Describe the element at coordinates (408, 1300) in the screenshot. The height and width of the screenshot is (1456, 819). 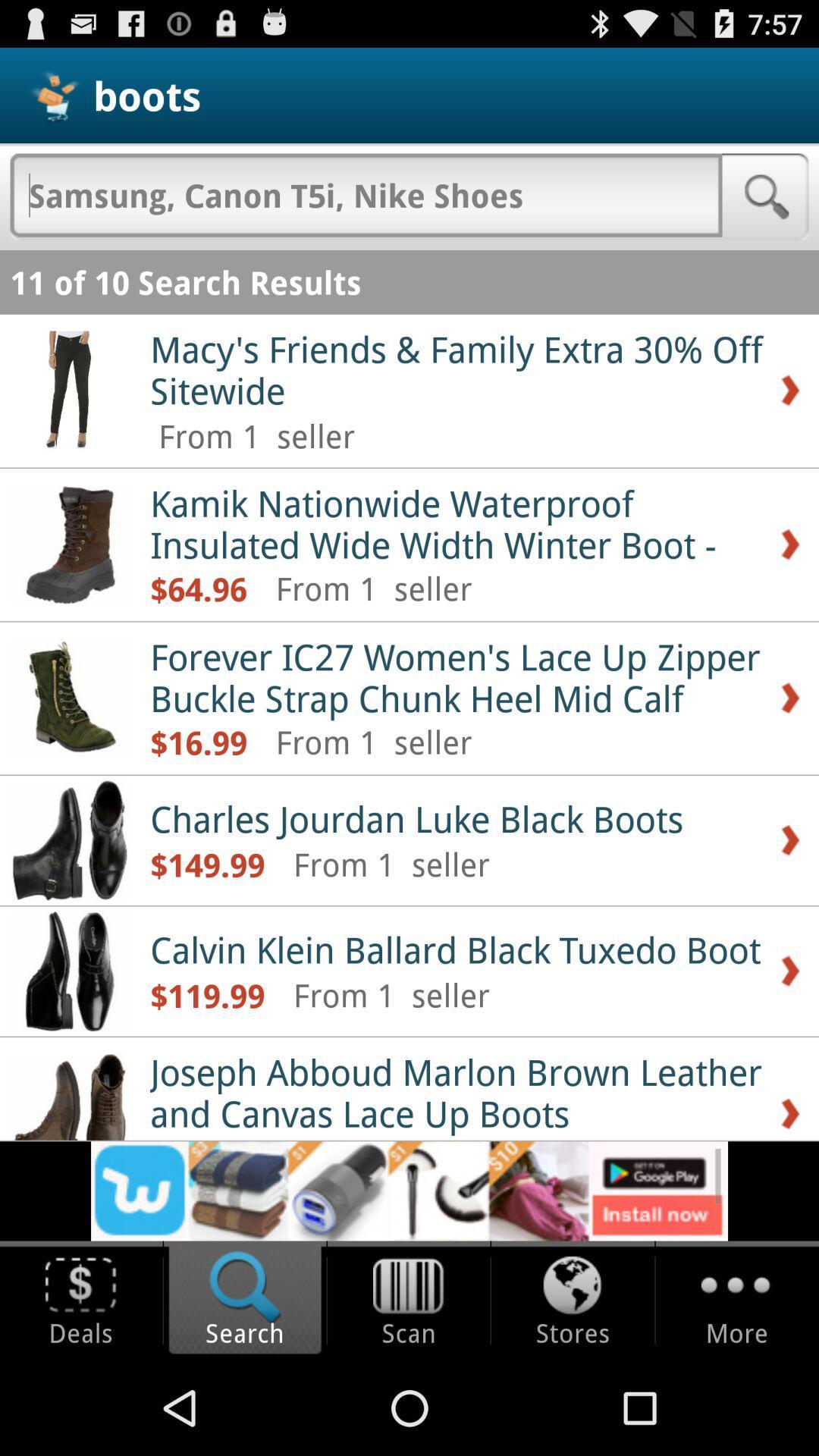
I see `the scan icon which is next to search icon at the bottom of the page` at that location.